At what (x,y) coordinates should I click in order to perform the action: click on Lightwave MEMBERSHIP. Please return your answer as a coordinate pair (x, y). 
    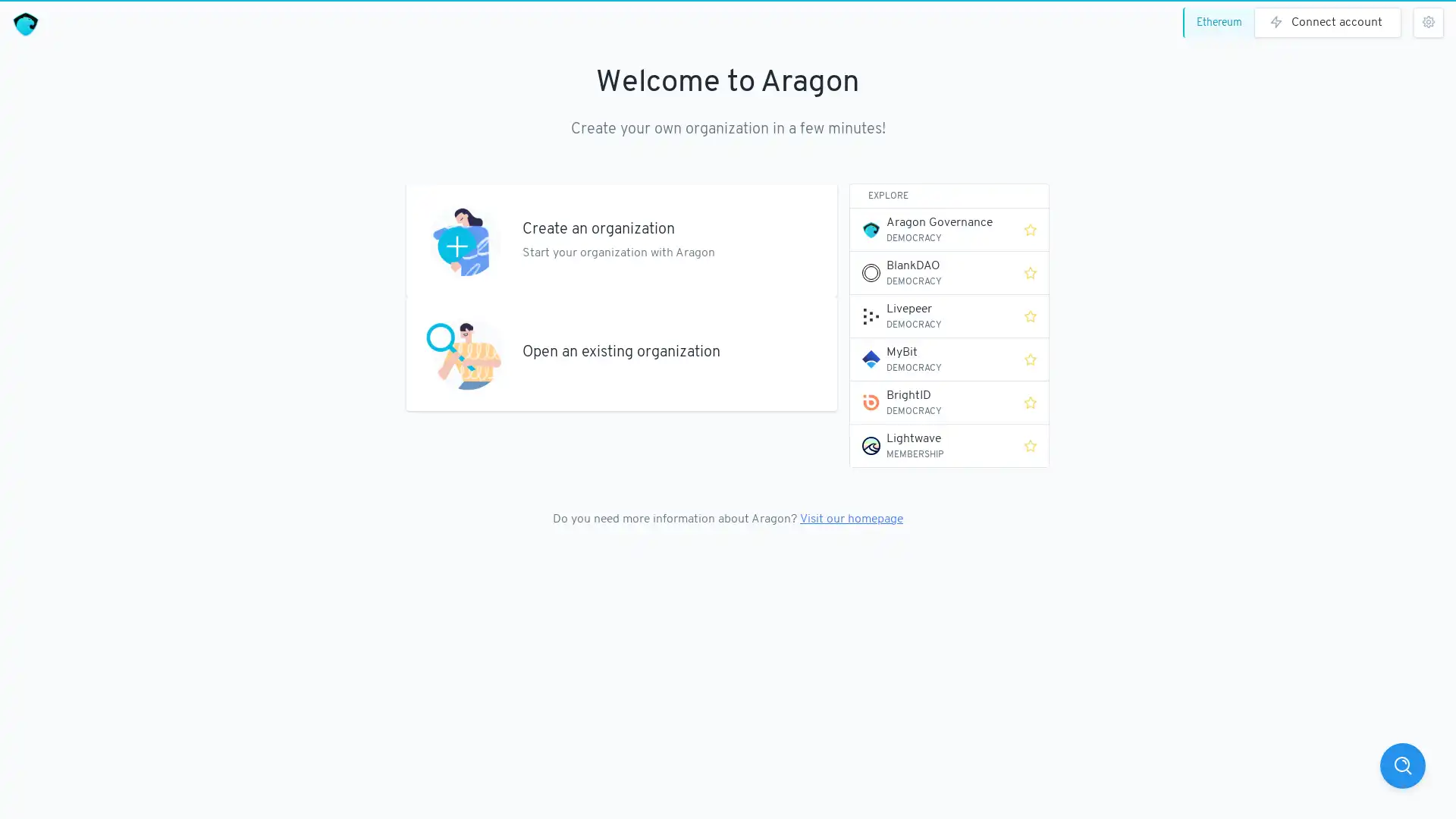
    Looking at the image, I should click on (930, 444).